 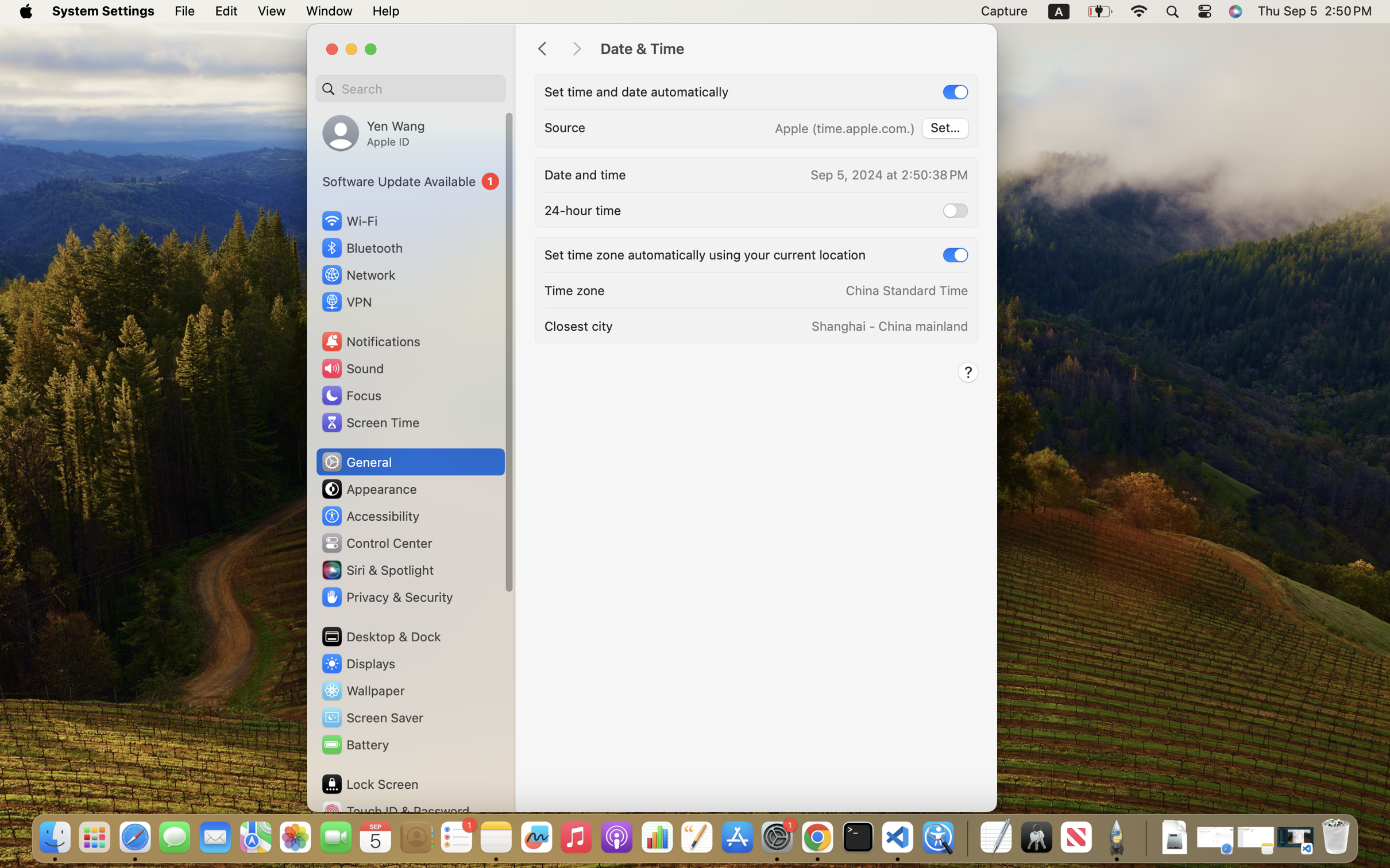 I want to click on 'Yen Wang, Apple ID', so click(x=373, y=132).